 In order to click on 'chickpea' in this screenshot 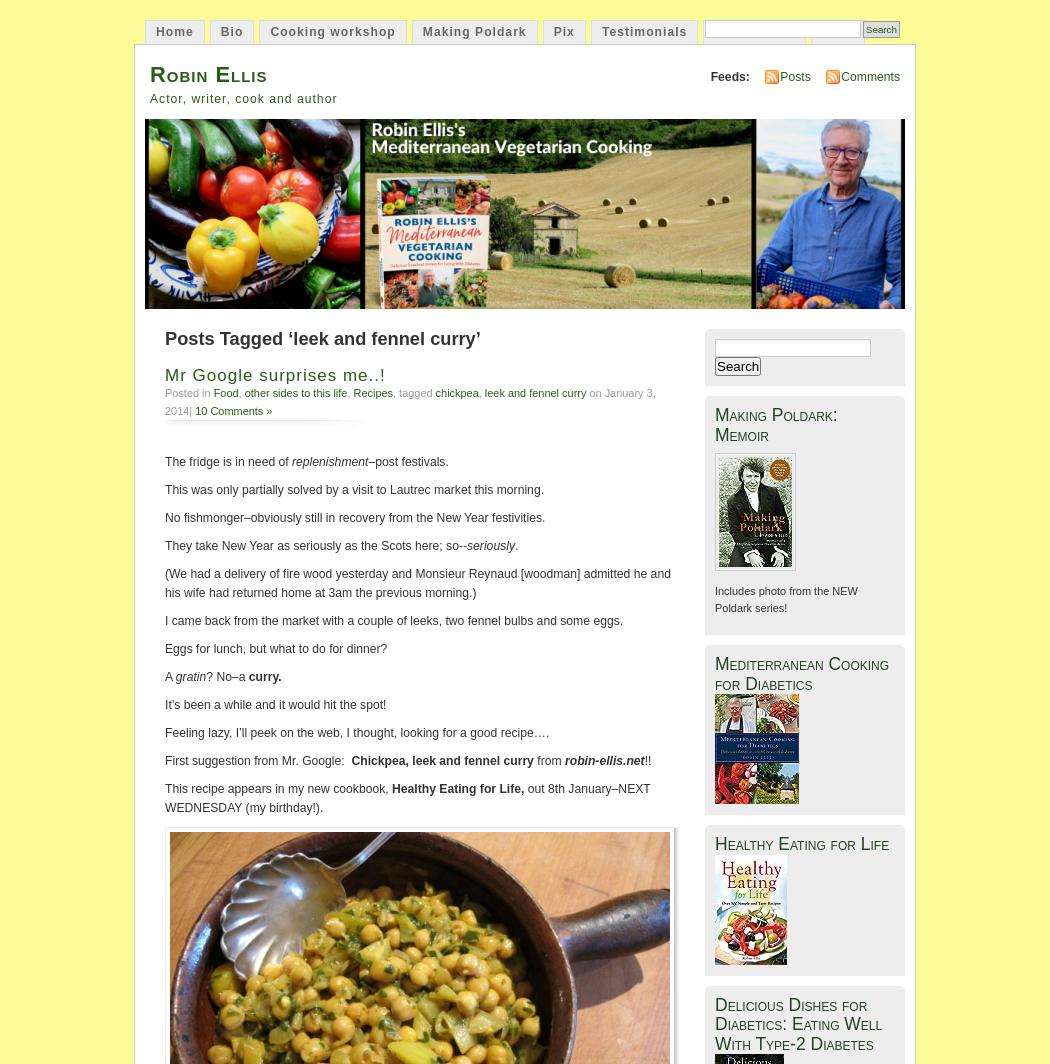, I will do `click(456, 393)`.